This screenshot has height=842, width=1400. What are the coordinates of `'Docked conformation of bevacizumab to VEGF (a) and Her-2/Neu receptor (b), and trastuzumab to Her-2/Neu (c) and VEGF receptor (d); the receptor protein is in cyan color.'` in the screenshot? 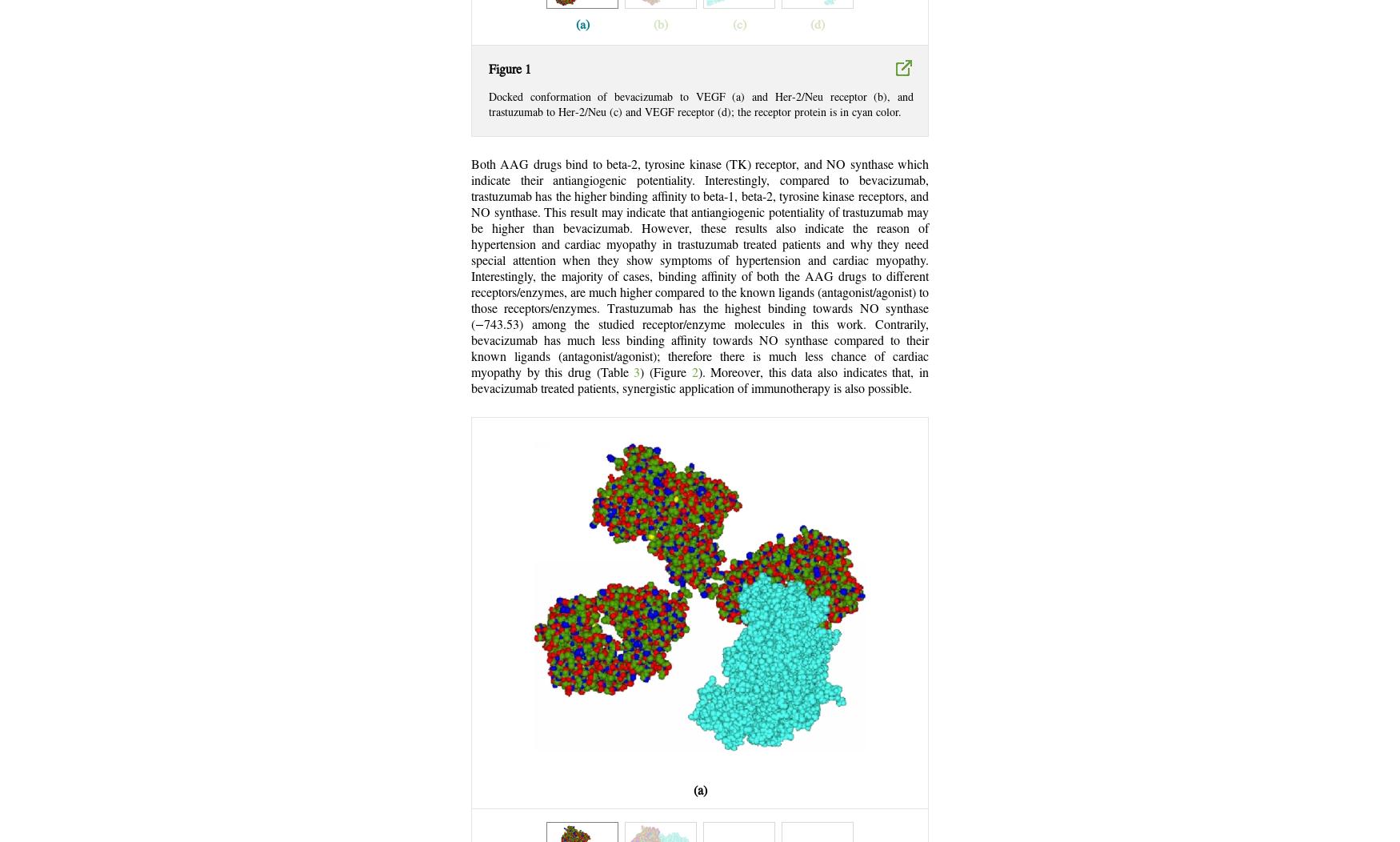 It's located at (488, 104).